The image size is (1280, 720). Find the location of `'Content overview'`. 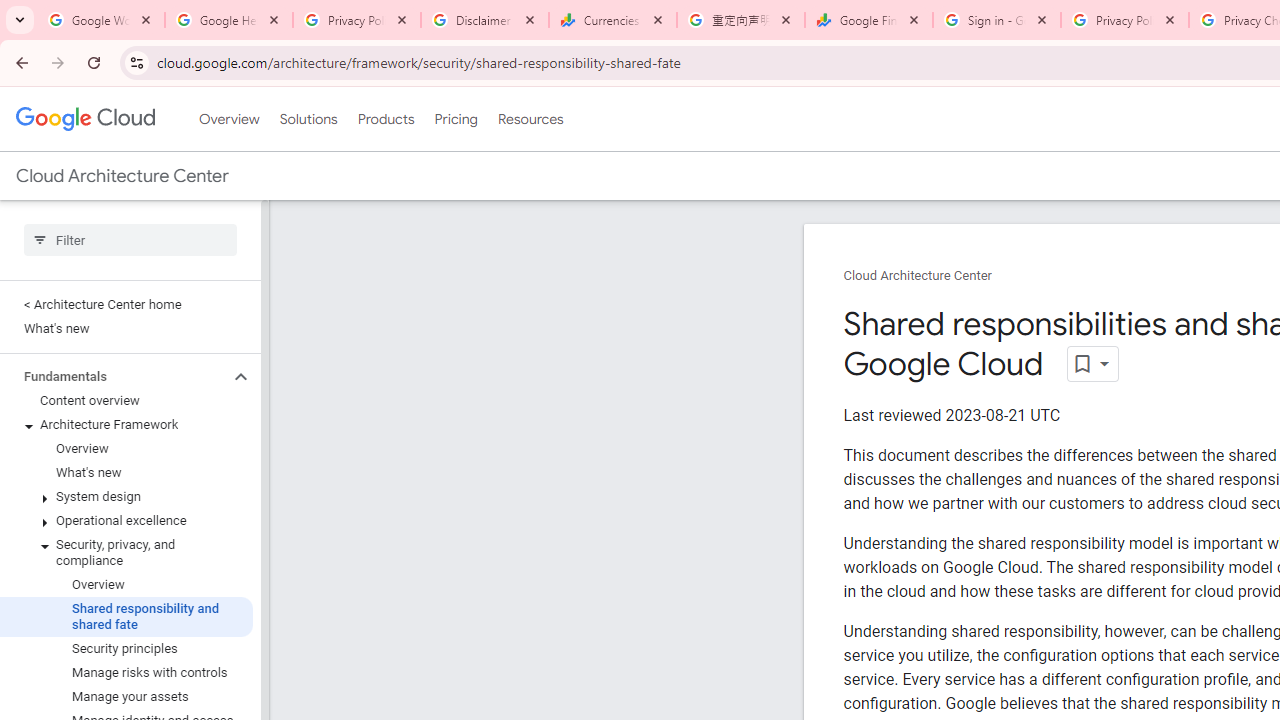

'Content overview' is located at coordinates (125, 401).